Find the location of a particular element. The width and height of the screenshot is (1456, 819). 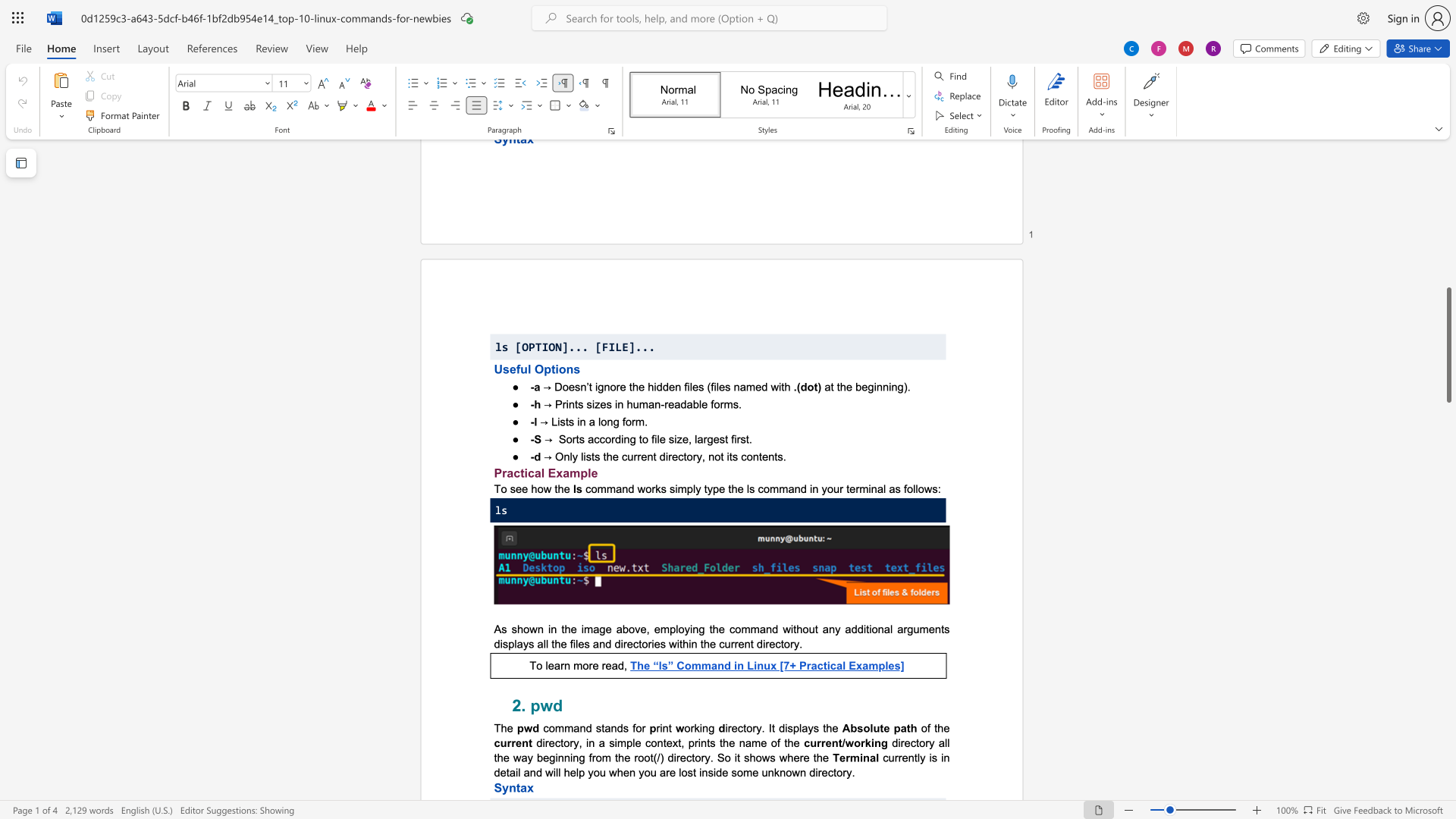

the scrollbar on the right is located at coordinates (1448, 332).